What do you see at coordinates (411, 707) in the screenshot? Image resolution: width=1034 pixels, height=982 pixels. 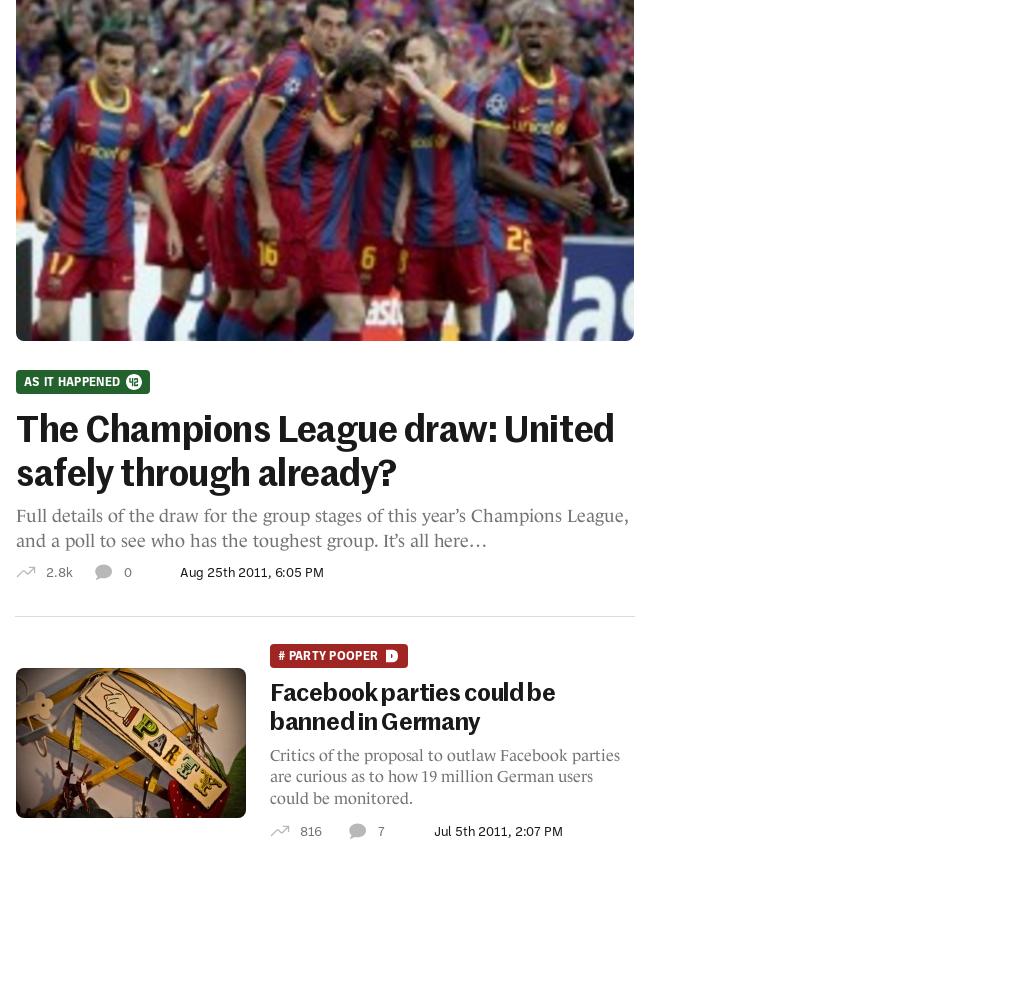 I see `'Facebook parties could be banned in Germany'` at bounding box center [411, 707].